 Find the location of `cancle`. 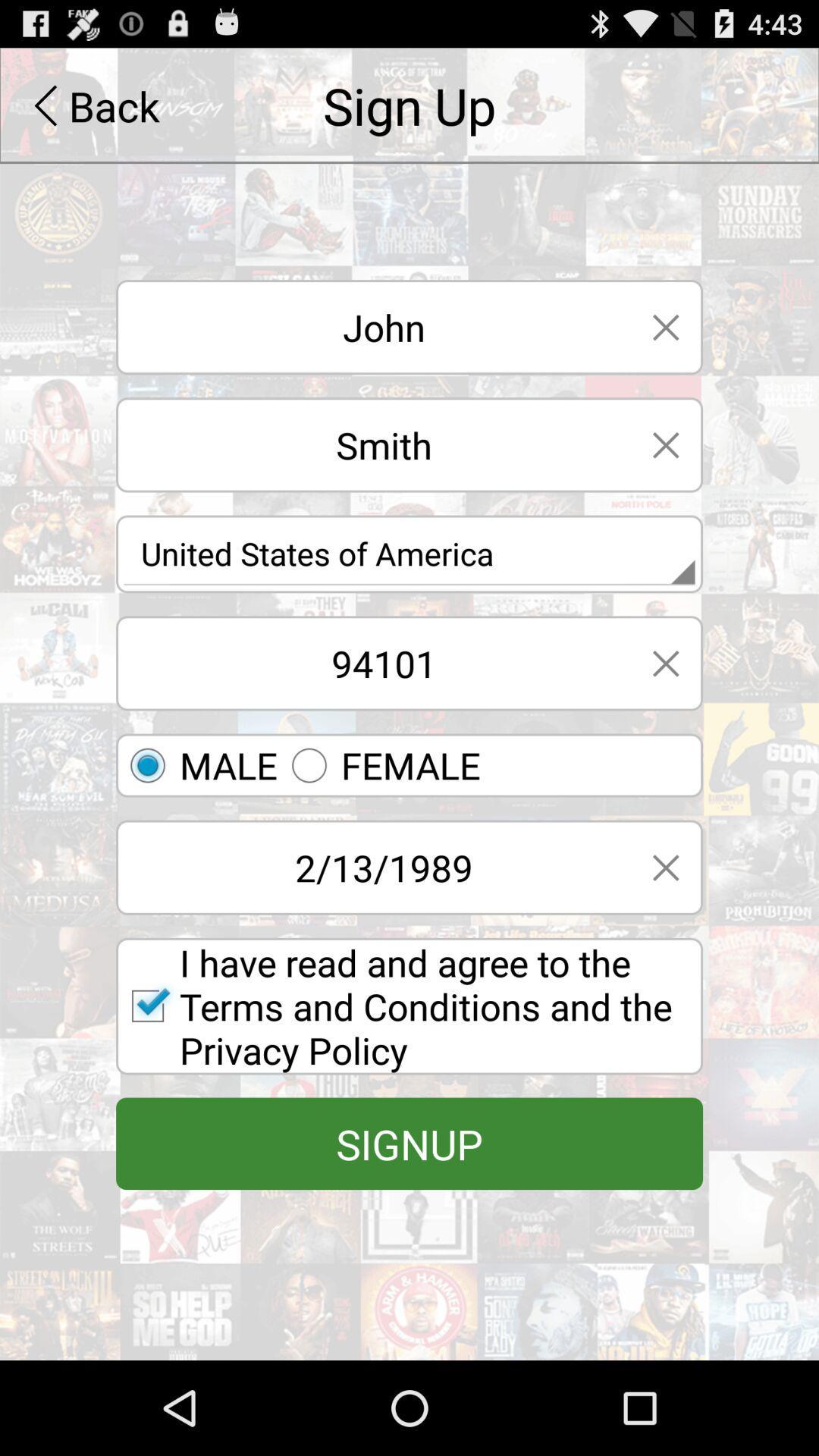

cancle is located at coordinates (665, 326).